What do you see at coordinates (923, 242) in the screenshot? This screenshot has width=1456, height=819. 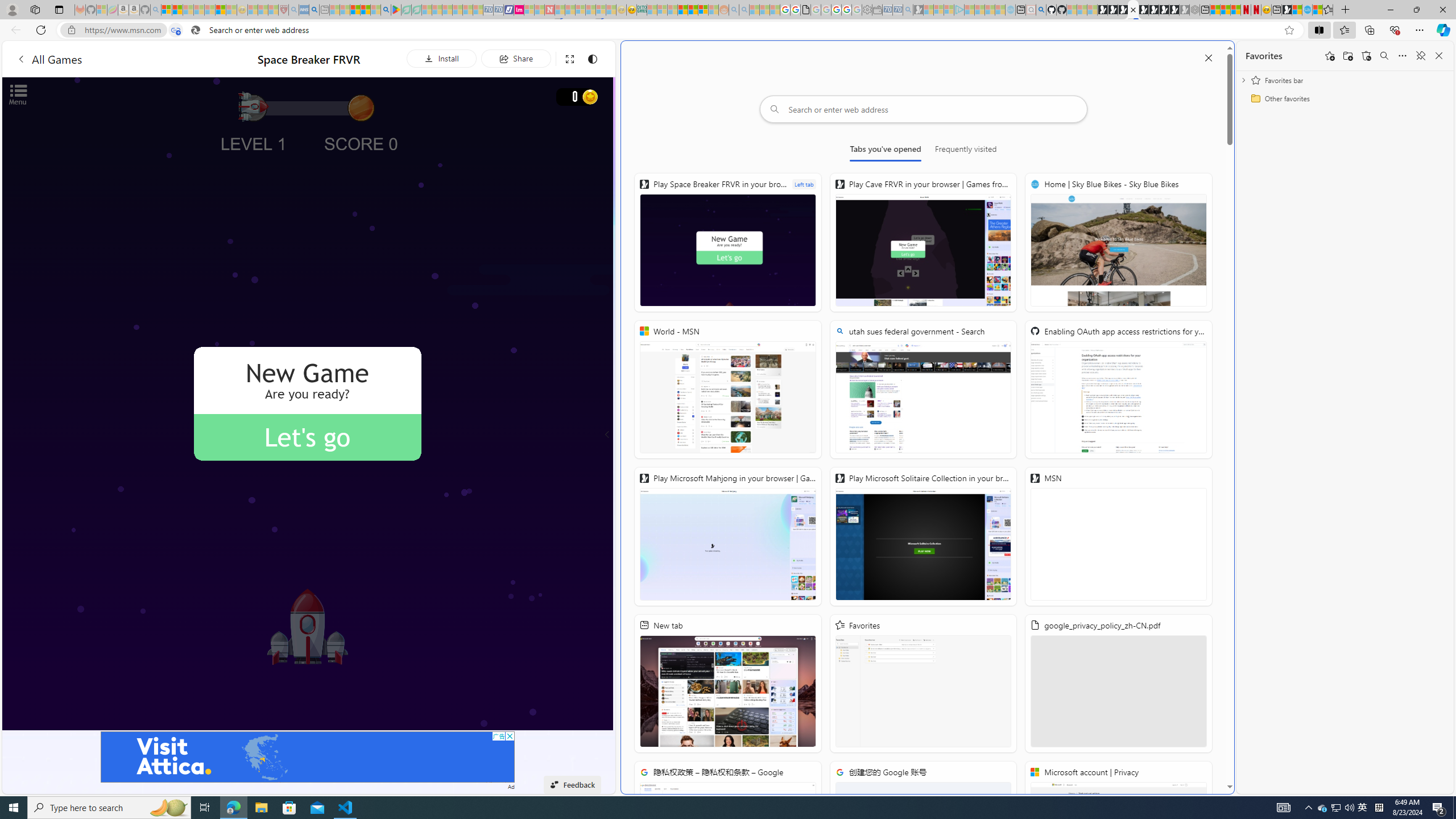 I see `'Play Cave FRVR in your browser | Games from Microsoft Start'` at bounding box center [923, 242].